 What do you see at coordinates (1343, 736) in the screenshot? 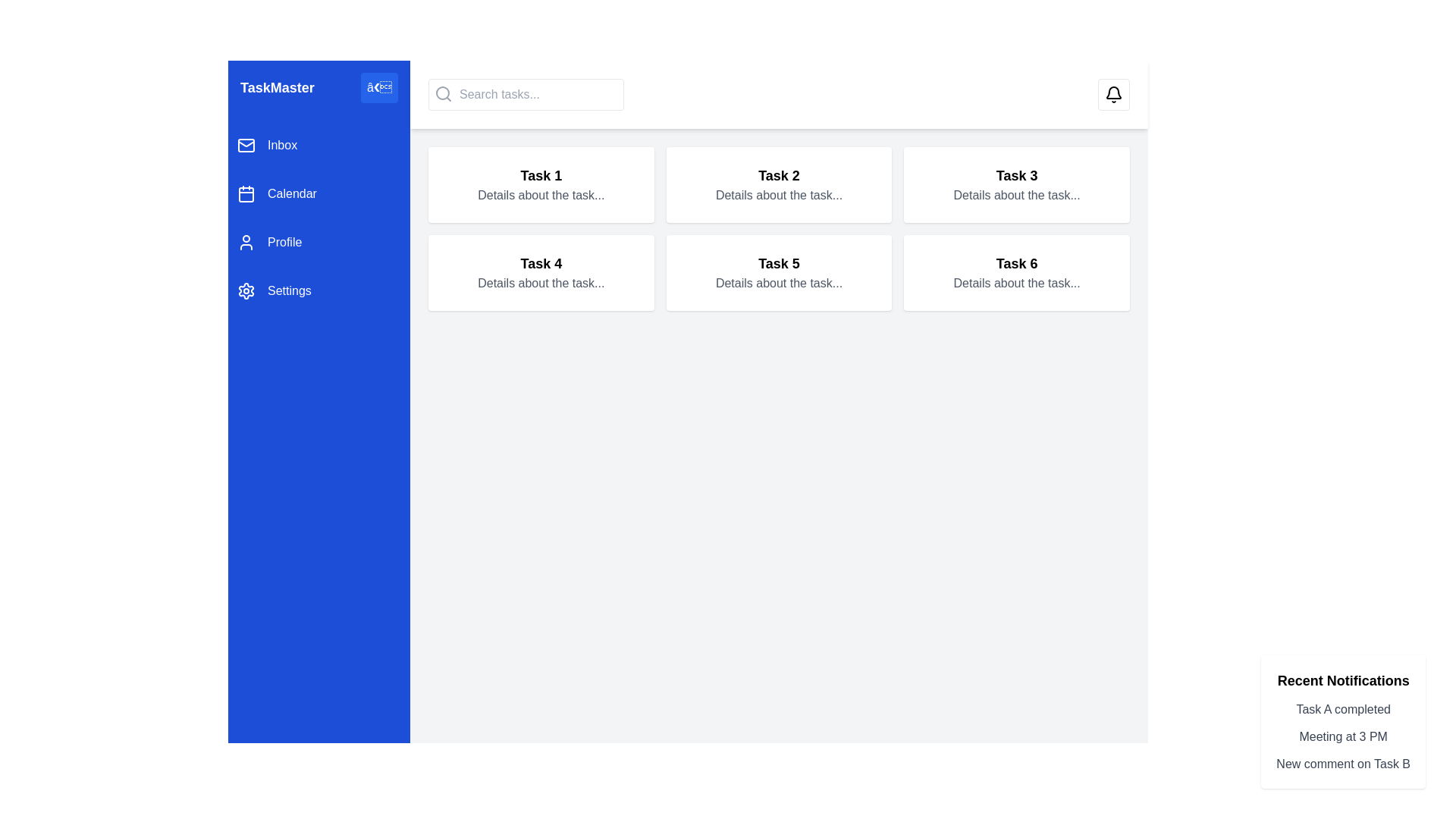
I see `the Text display area that shows recent notifications, including messages like 'Task A completed,' 'Meeting at 3 PM,' and 'New comment on Task B.'` at bounding box center [1343, 736].